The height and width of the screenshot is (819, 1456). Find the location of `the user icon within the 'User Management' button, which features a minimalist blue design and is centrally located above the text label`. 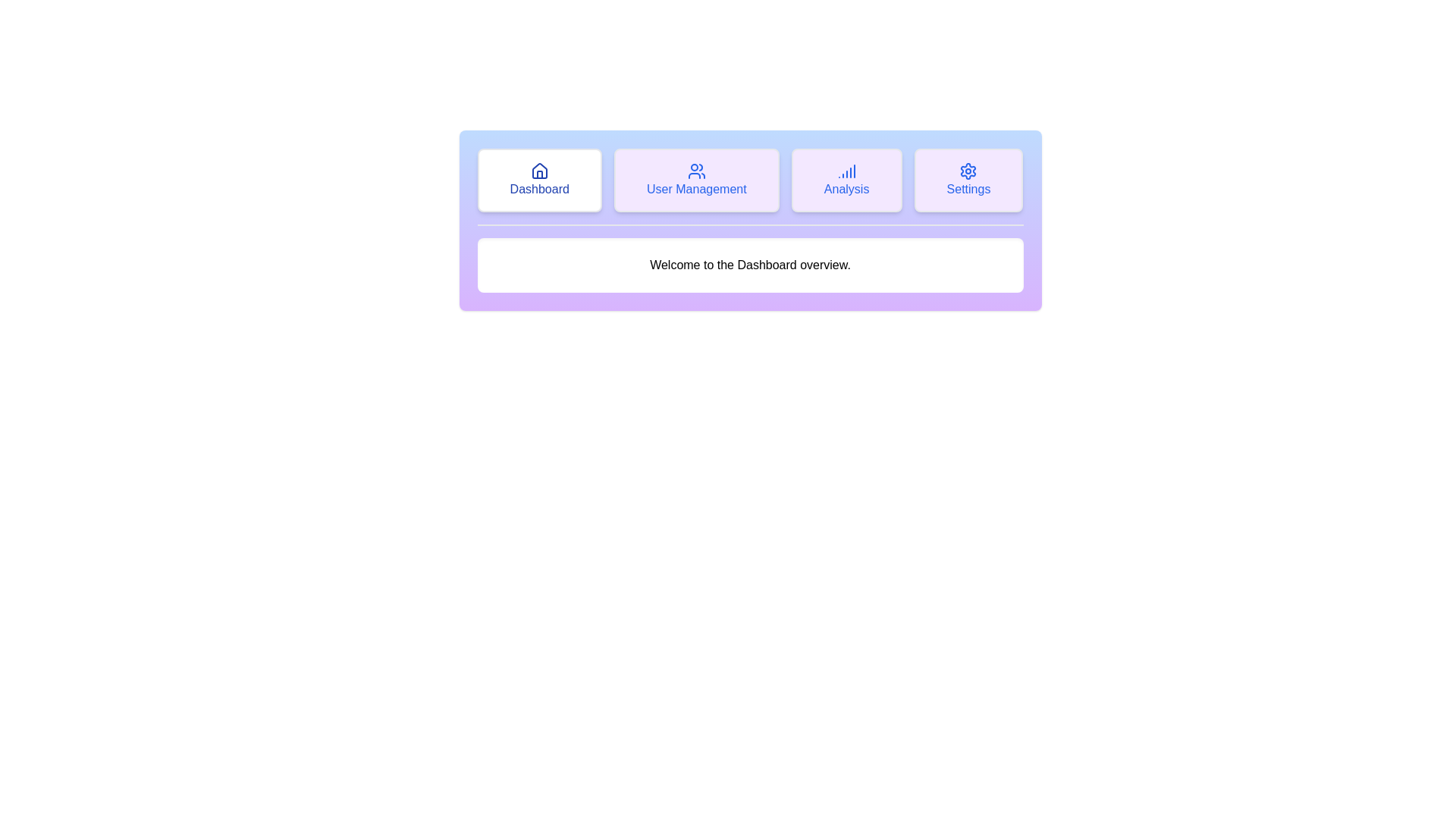

the user icon within the 'User Management' button, which features a minimalist blue design and is centrally located above the text label is located at coordinates (695, 171).